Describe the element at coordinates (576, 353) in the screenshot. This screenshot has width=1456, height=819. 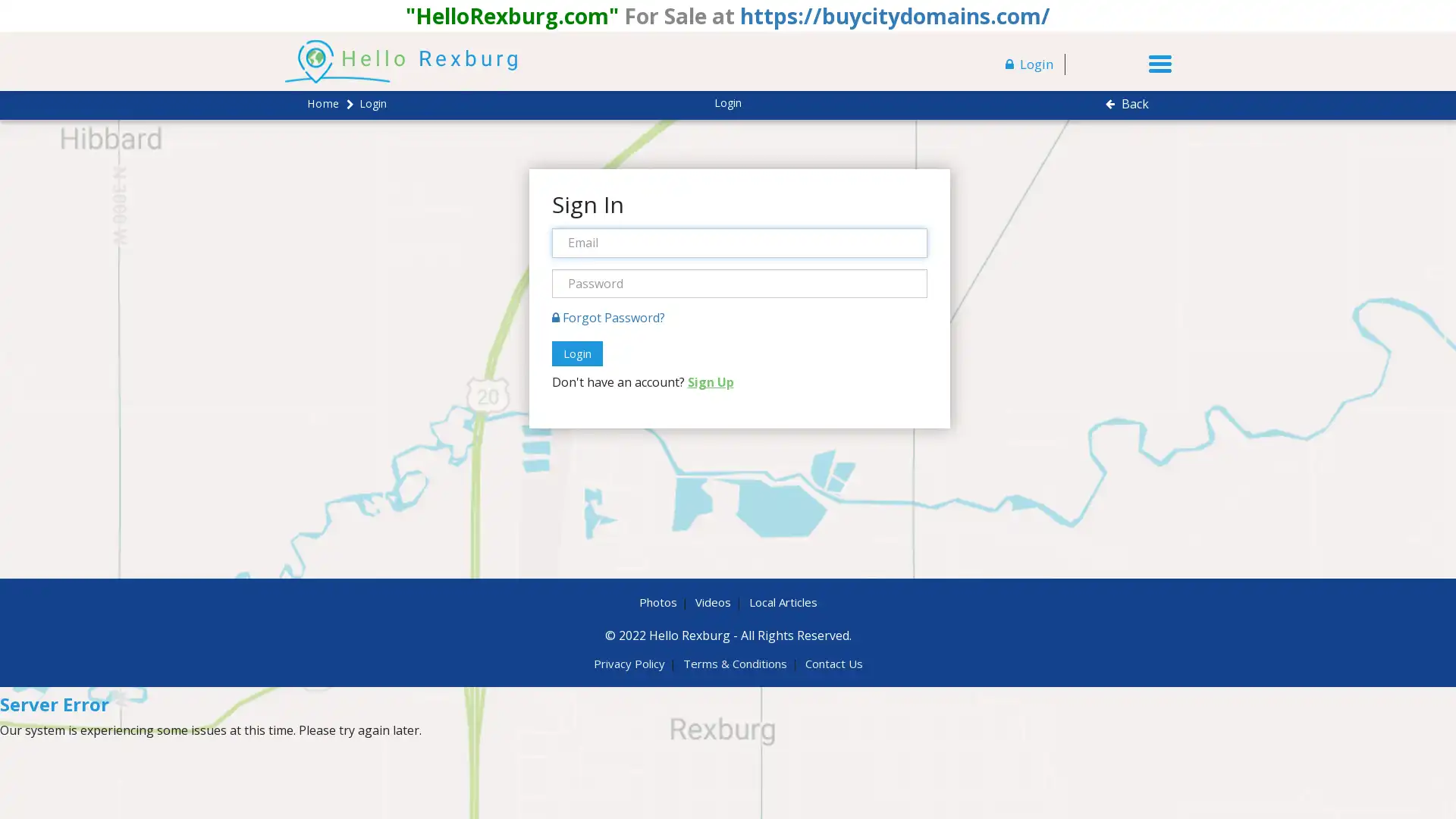
I see `Login` at that location.